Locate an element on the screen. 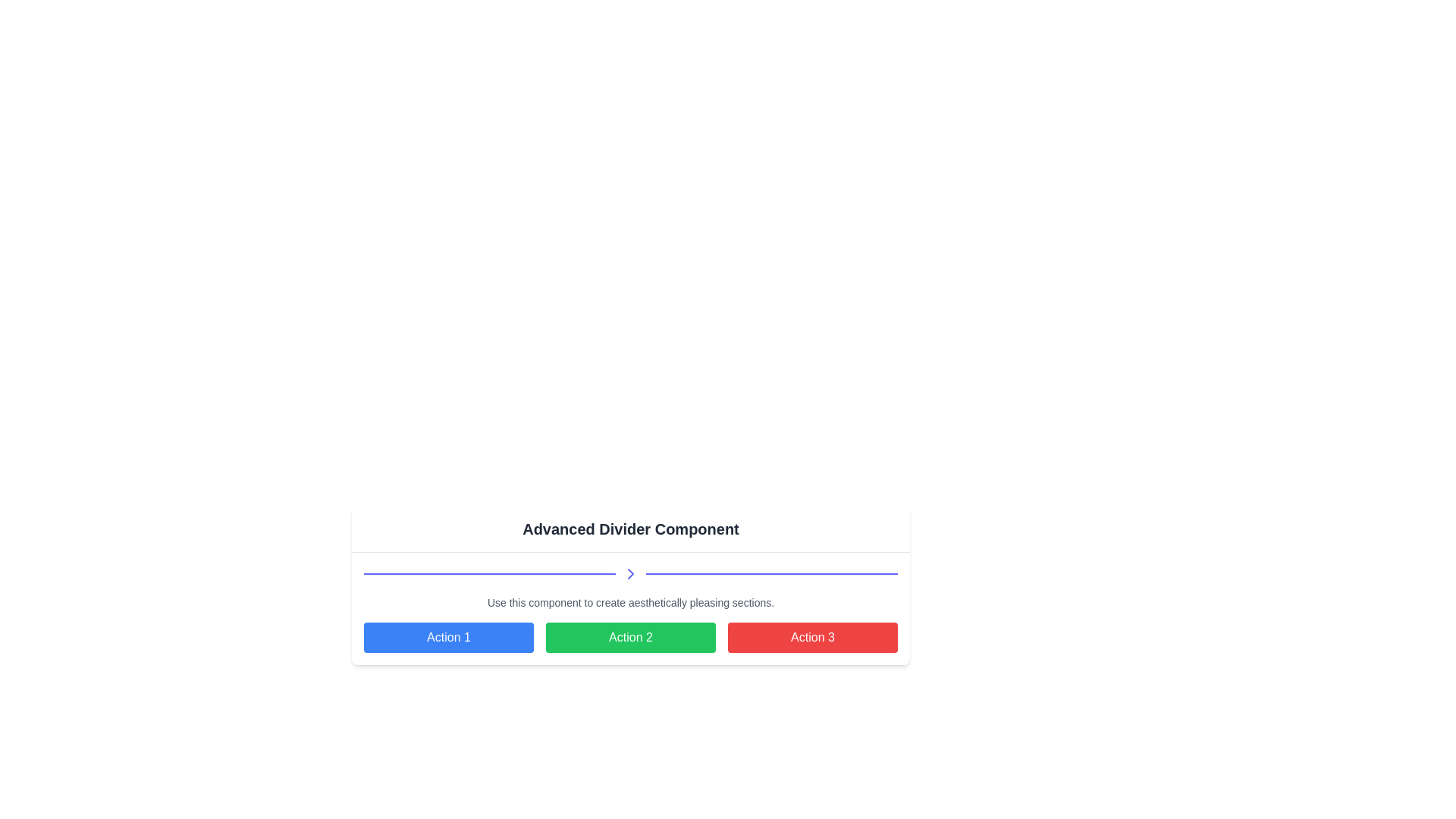 The image size is (1456, 819). the static text label that reads 'Use this component to create aesthetically pleasing sections.' which is positioned below a decorative element and above three action buttons is located at coordinates (630, 601).